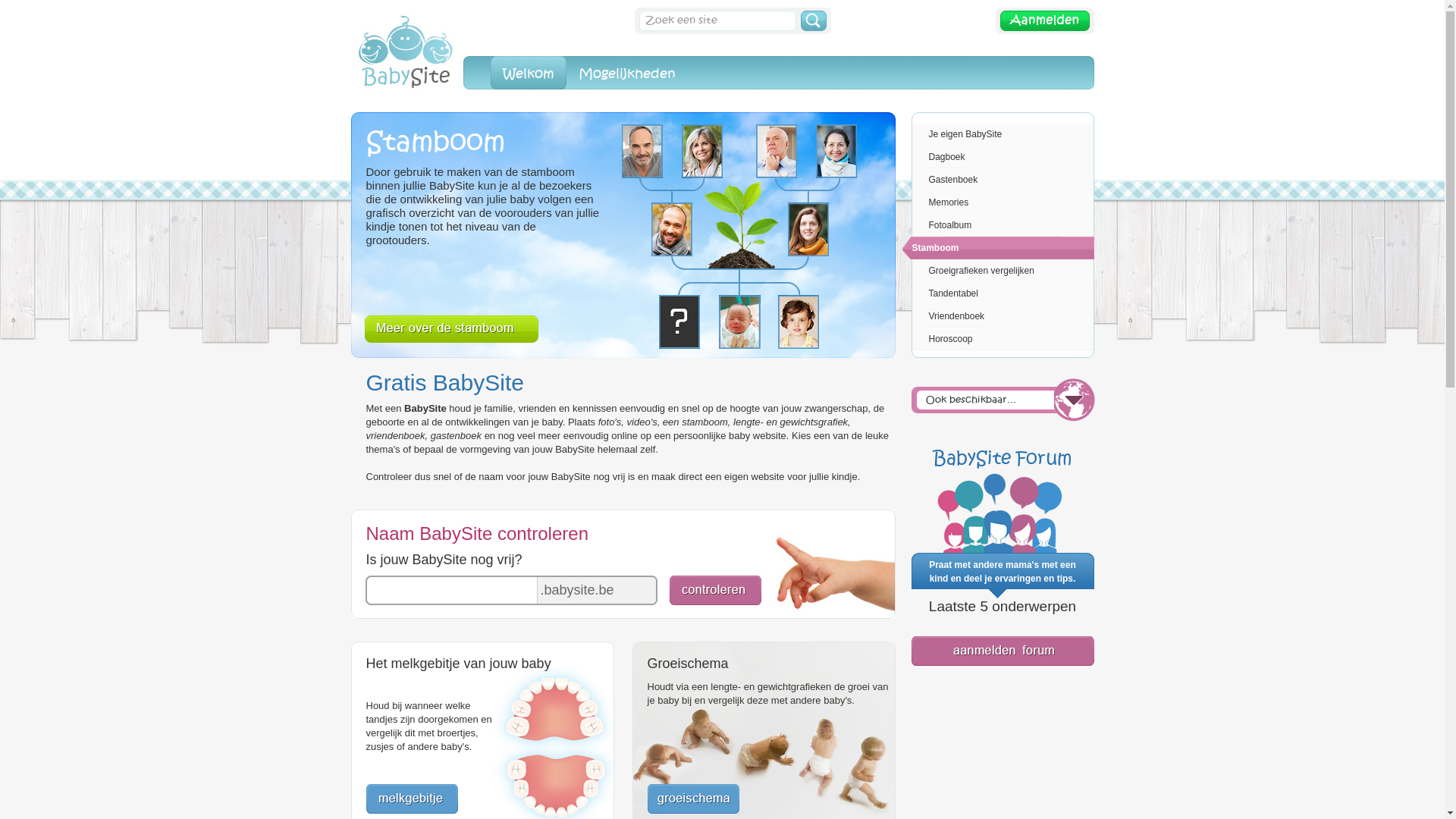 The width and height of the screenshot is (1456, 819). Describe the element at coordinates (902, 293) in the screenshot. I see `'Tandentabel'` at that location.